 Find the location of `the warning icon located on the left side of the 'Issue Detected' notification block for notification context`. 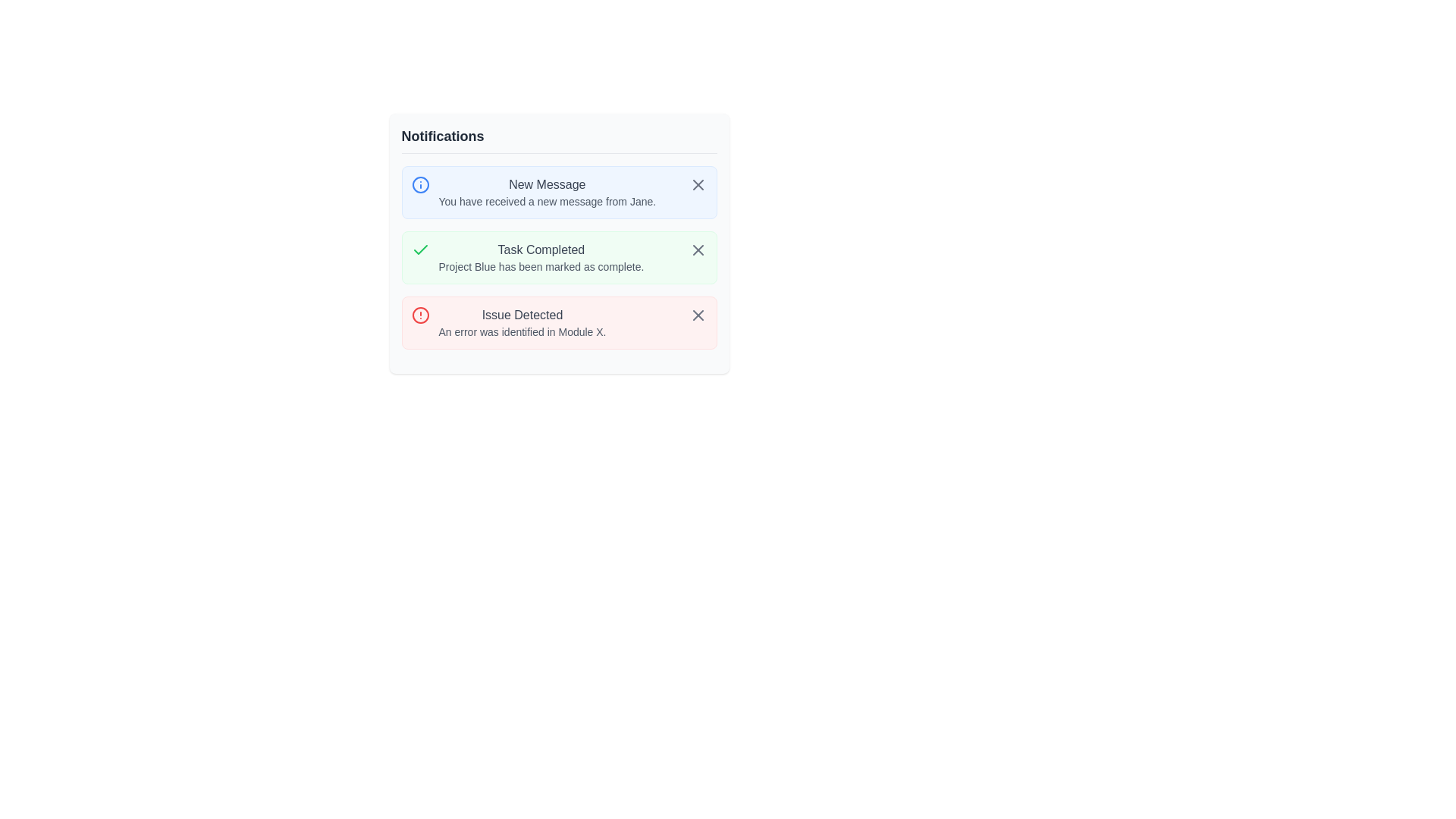

the warning icon located on the left side of the 'Issue Detected' notification block for notification context is located at coordinates (420, 315).